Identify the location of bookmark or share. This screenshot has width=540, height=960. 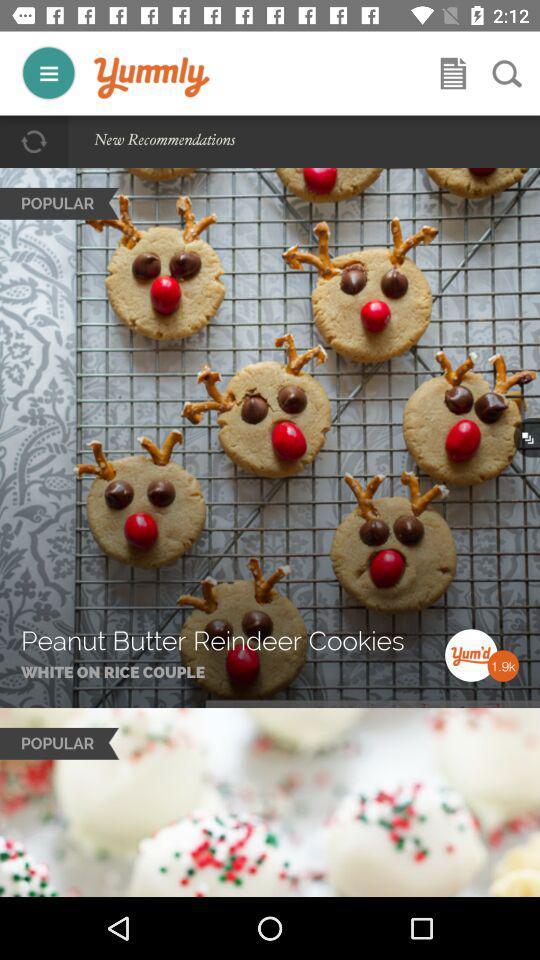
(453, 73).